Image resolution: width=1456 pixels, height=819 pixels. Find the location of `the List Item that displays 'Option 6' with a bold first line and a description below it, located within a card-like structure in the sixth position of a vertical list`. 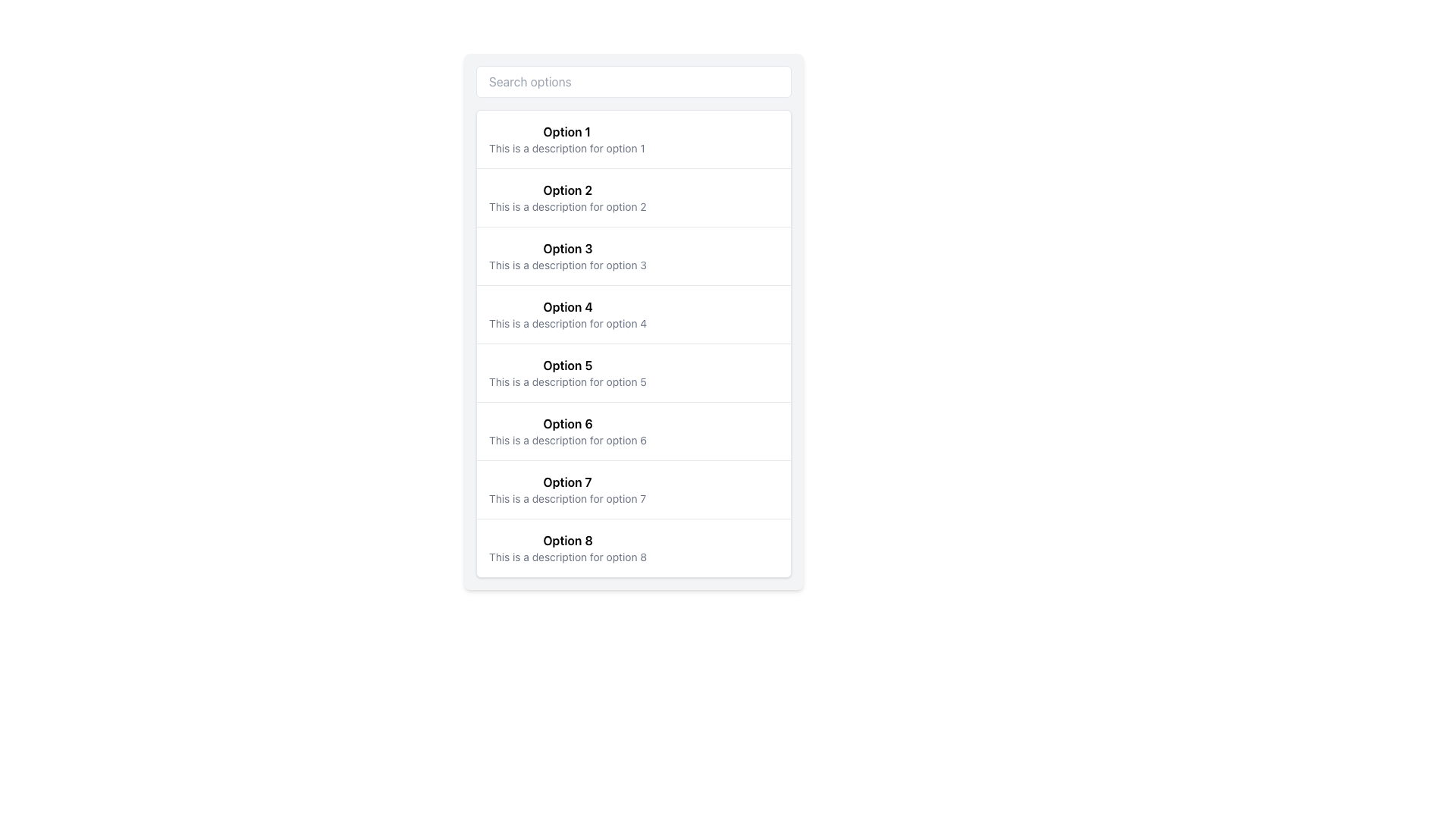

the List Item that displays 'Option 6' with a bold first line and a description below it, located within a card-like structure in the sixth position of a vertical list is located at coordinates (633, 431).